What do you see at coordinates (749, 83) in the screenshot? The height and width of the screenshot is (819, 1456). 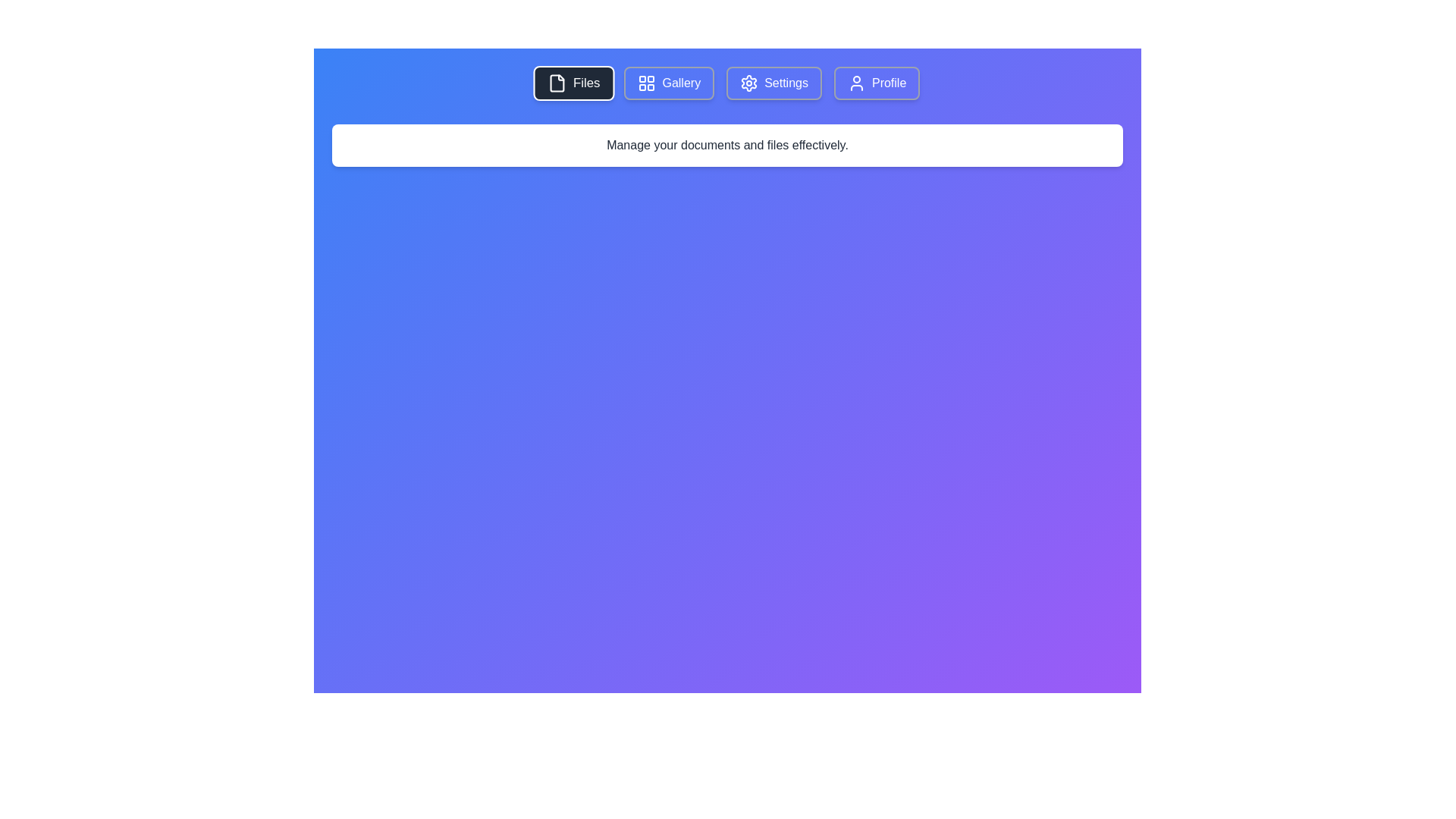 I see `the 'Settings' icon located to the left of the label text in the third button of the top navigation bar` at bounding box center [749, 83].